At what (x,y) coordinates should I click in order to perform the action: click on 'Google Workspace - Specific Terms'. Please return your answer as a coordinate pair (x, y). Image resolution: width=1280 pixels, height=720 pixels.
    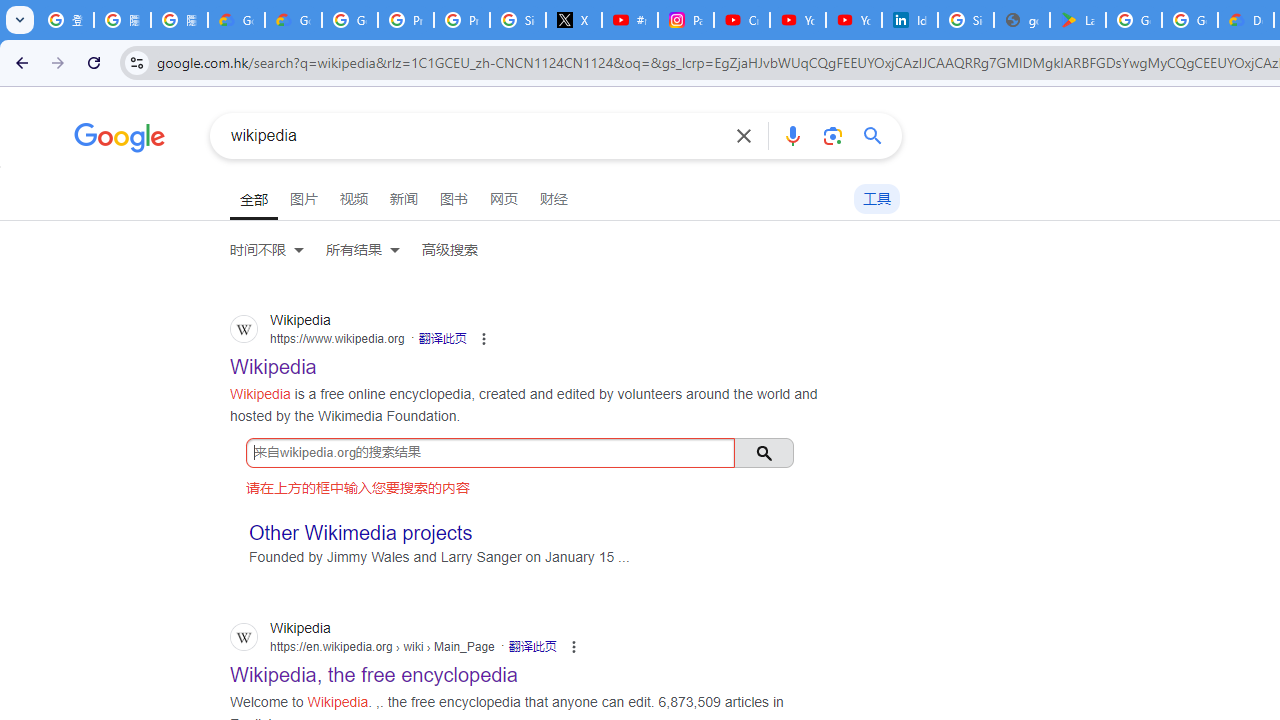
    Looking at the image, I should click on (1190, 20).